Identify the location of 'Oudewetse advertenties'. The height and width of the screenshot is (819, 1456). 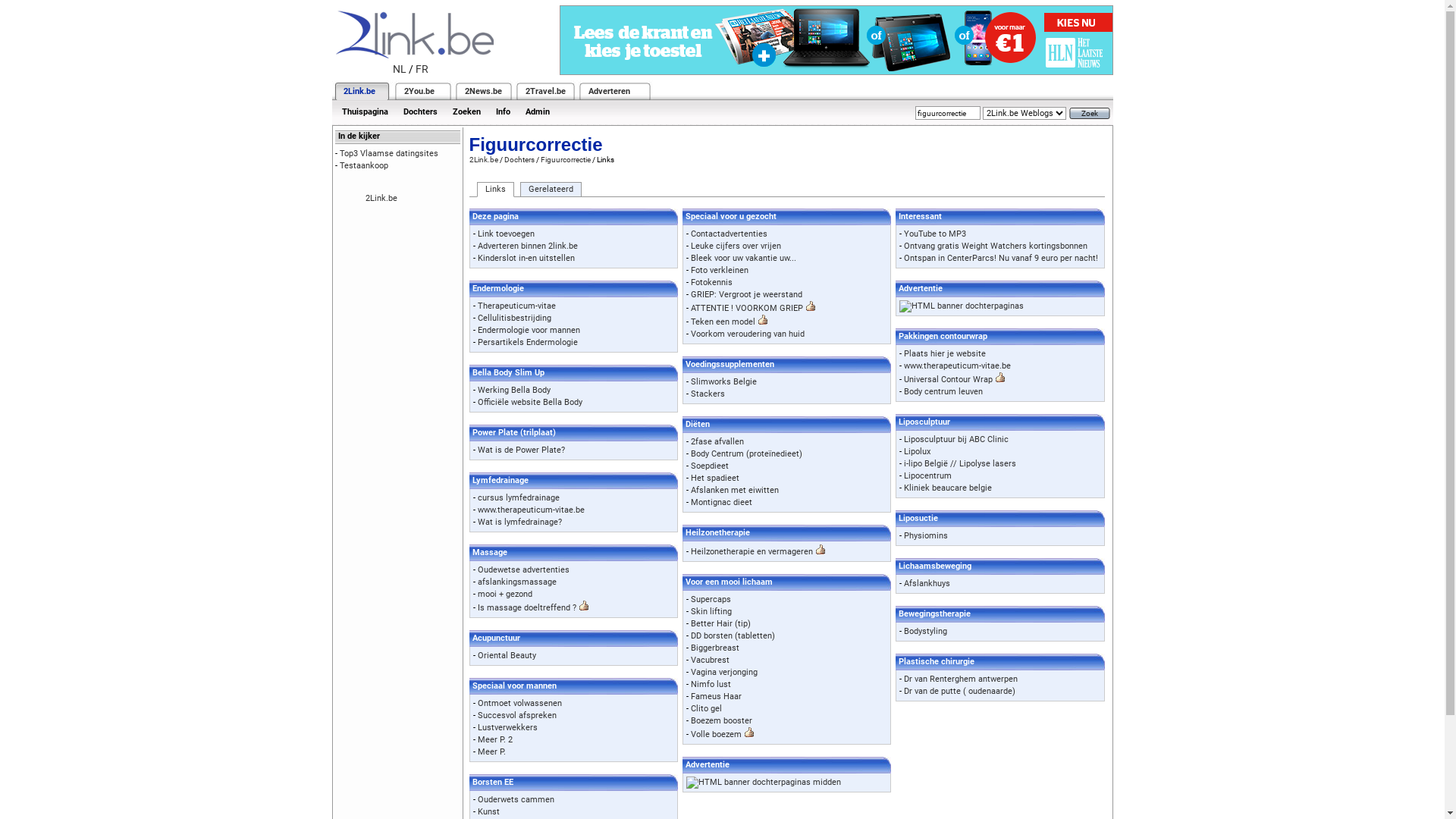
(523, 570).